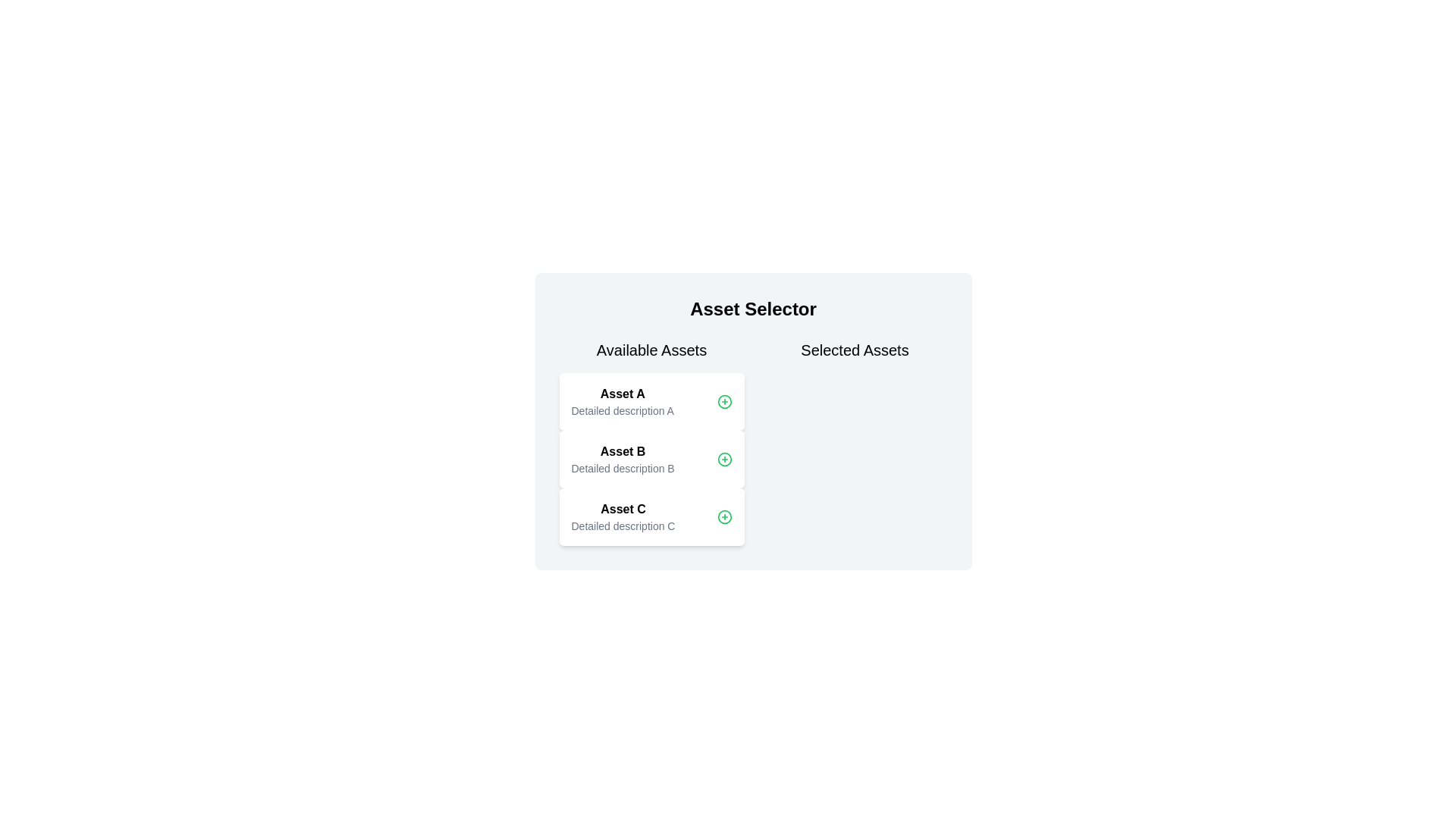 The width and height of the screenshot is (1456, 819). Describe the element at coordinates (753, 309) in the screenshot. I see `the prominent text label reading 'Asset Selector' that is styled with a bold font and located at the top center of its card-like layout` at that location.